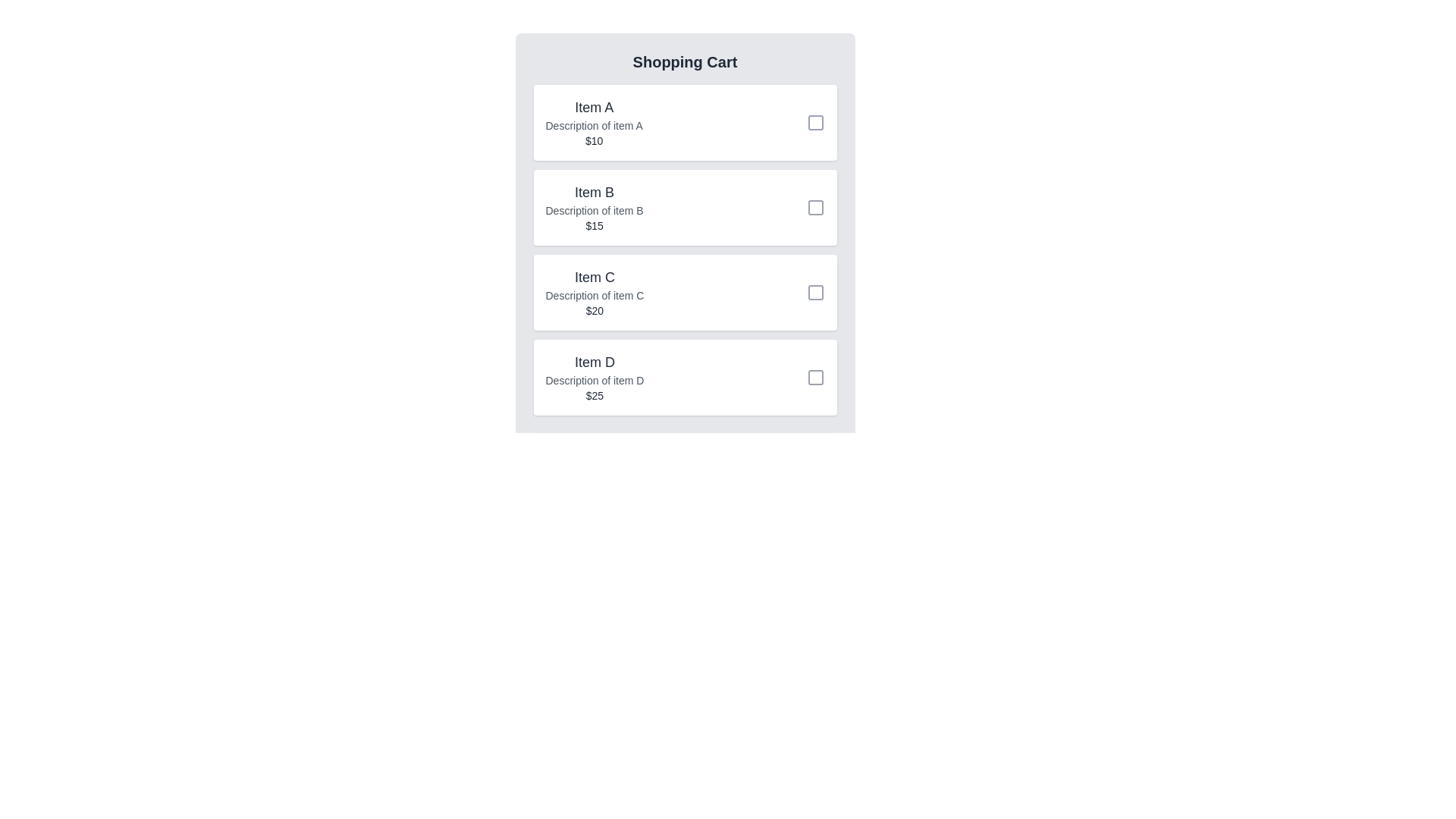 The width and height of the screenshot is (1456, 819). What do you see at coordinates (594, 210) in the screenshot?
I see `the brief description text of 'Item B' in the shopping cart interface, which is located directly below the 'Item B' label and above the '$15' price tag` at bounding box center [594, 210].